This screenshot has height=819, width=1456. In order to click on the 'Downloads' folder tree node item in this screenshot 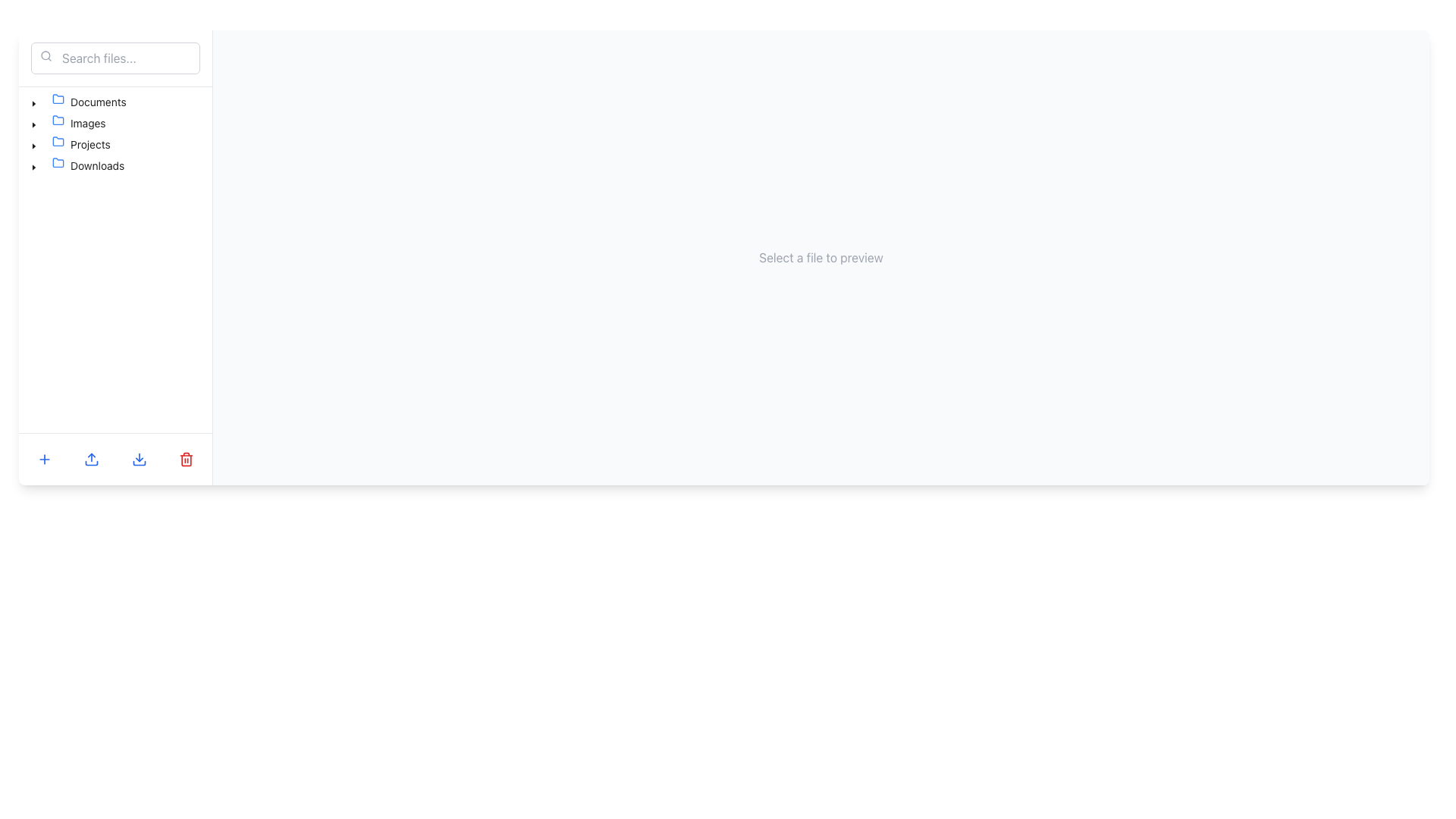, I will do `click(77, 166)`.